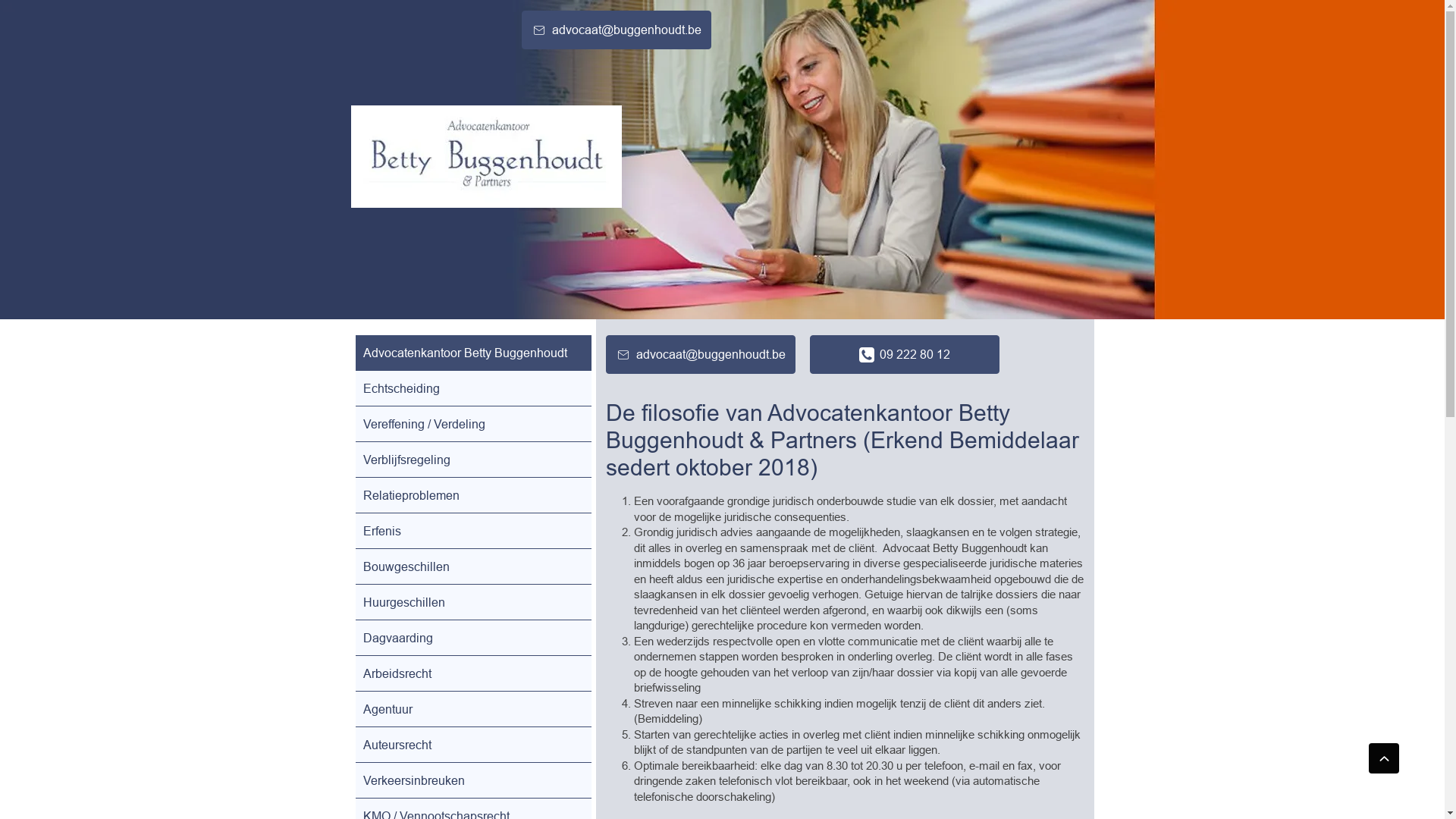 Image resolution: width=1456 pixels, height=819 pixels. I want to click on 'ADVOCATENKANTOOR BETTY BUGGENHOUDT', so click(485, 156).